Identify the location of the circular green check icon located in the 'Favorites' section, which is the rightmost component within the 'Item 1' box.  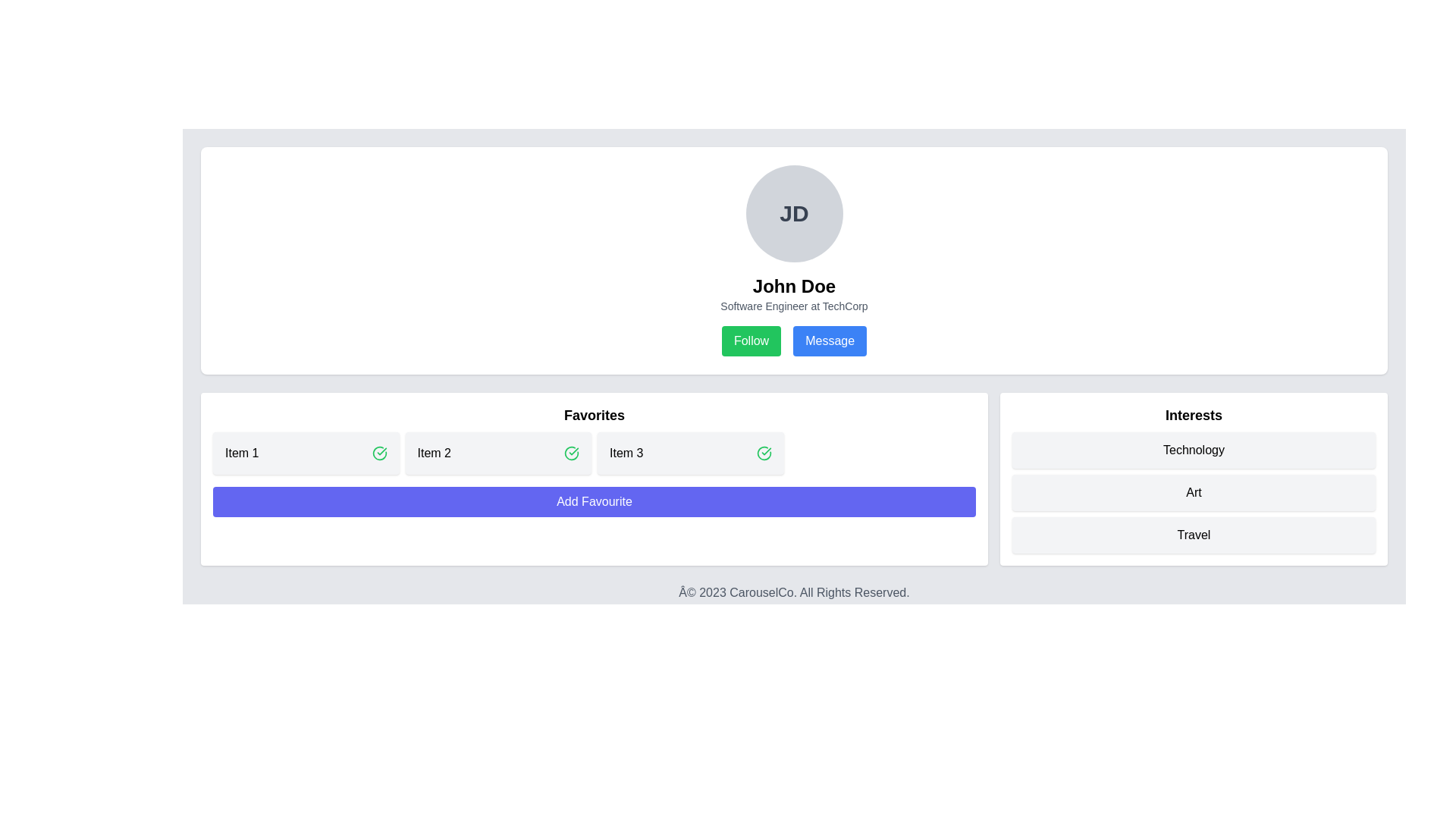
(379, 452).